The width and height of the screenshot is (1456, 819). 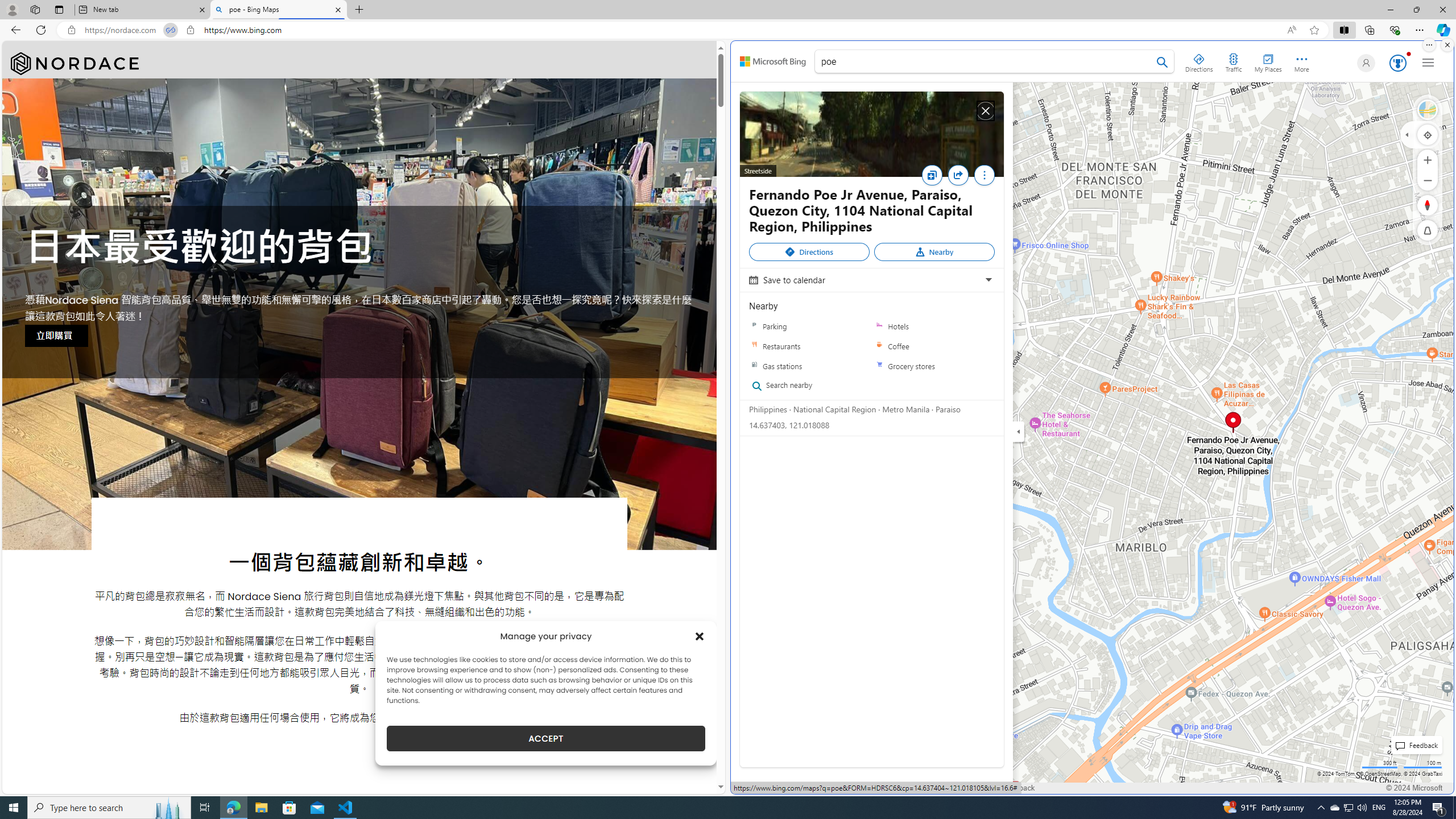 What do you see at coordinates (190, 30) in the screenshot?
I see `'View site information'` at bounding box center [190, 30].